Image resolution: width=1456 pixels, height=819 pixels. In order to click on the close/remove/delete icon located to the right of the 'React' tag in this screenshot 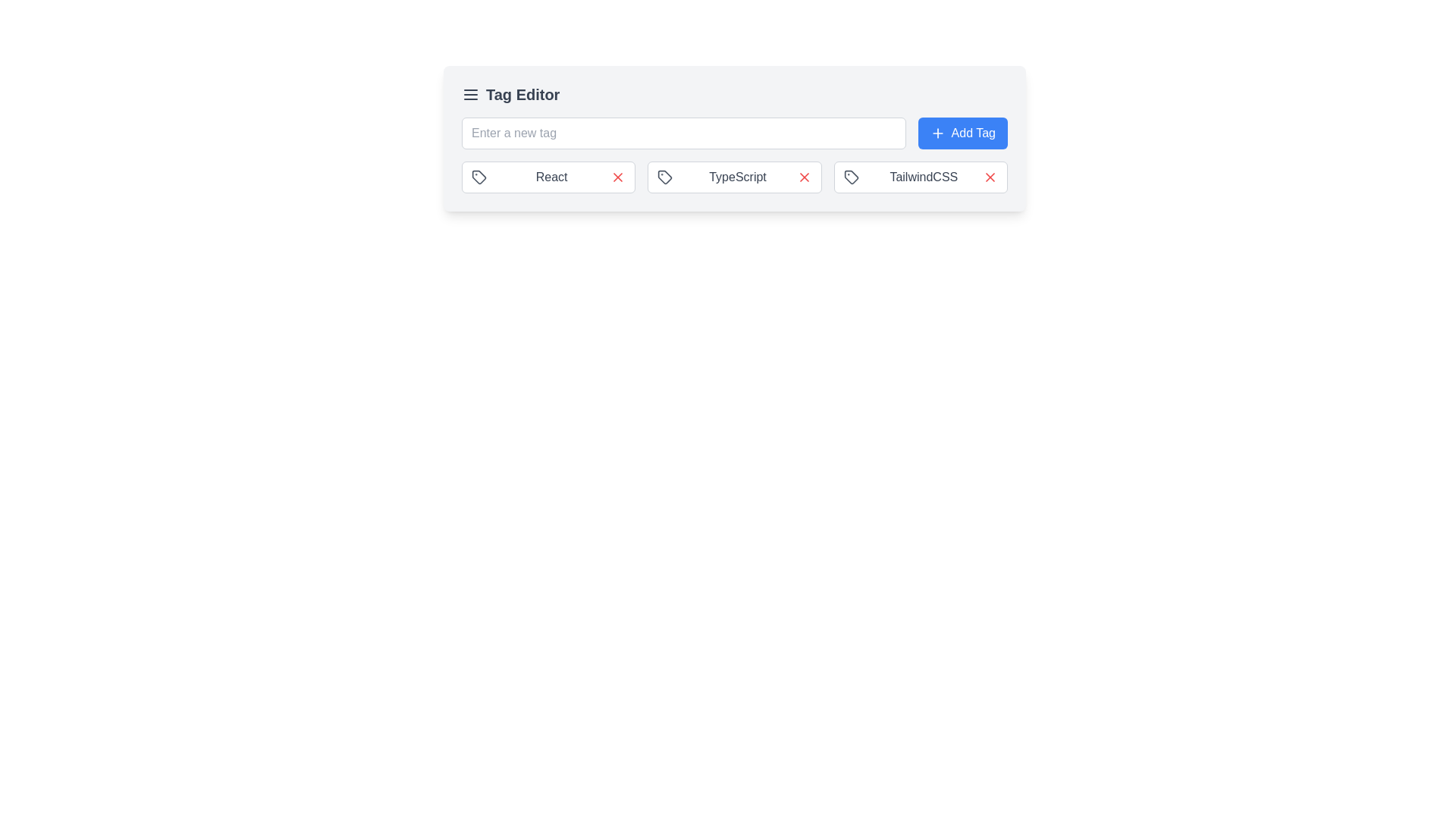, I will do `click(618, 177)`.